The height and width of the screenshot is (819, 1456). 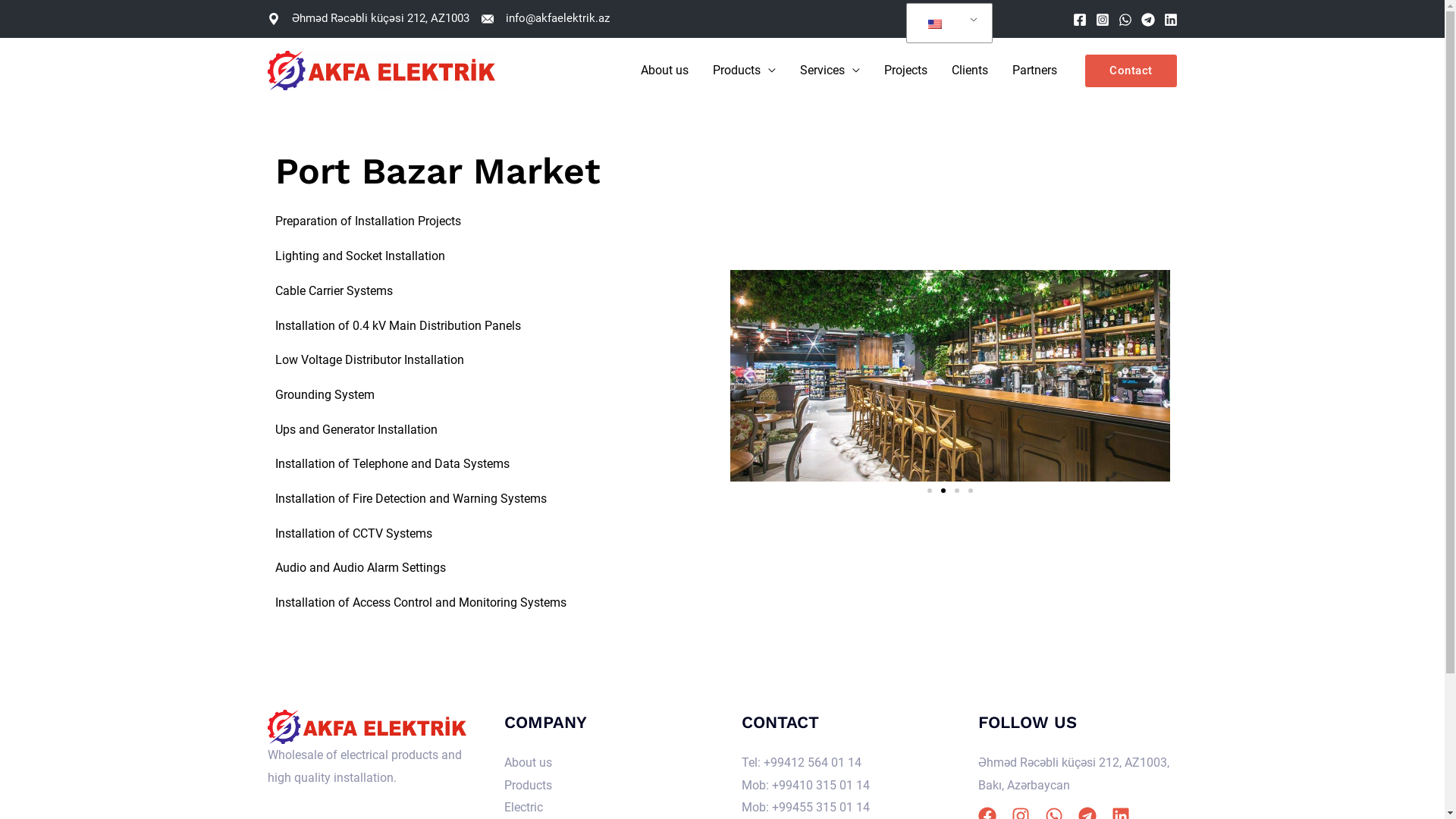 What do you see at coordinates (934, 24) in the screenshot?
I see `'English'` at bounding box center [934, 24].